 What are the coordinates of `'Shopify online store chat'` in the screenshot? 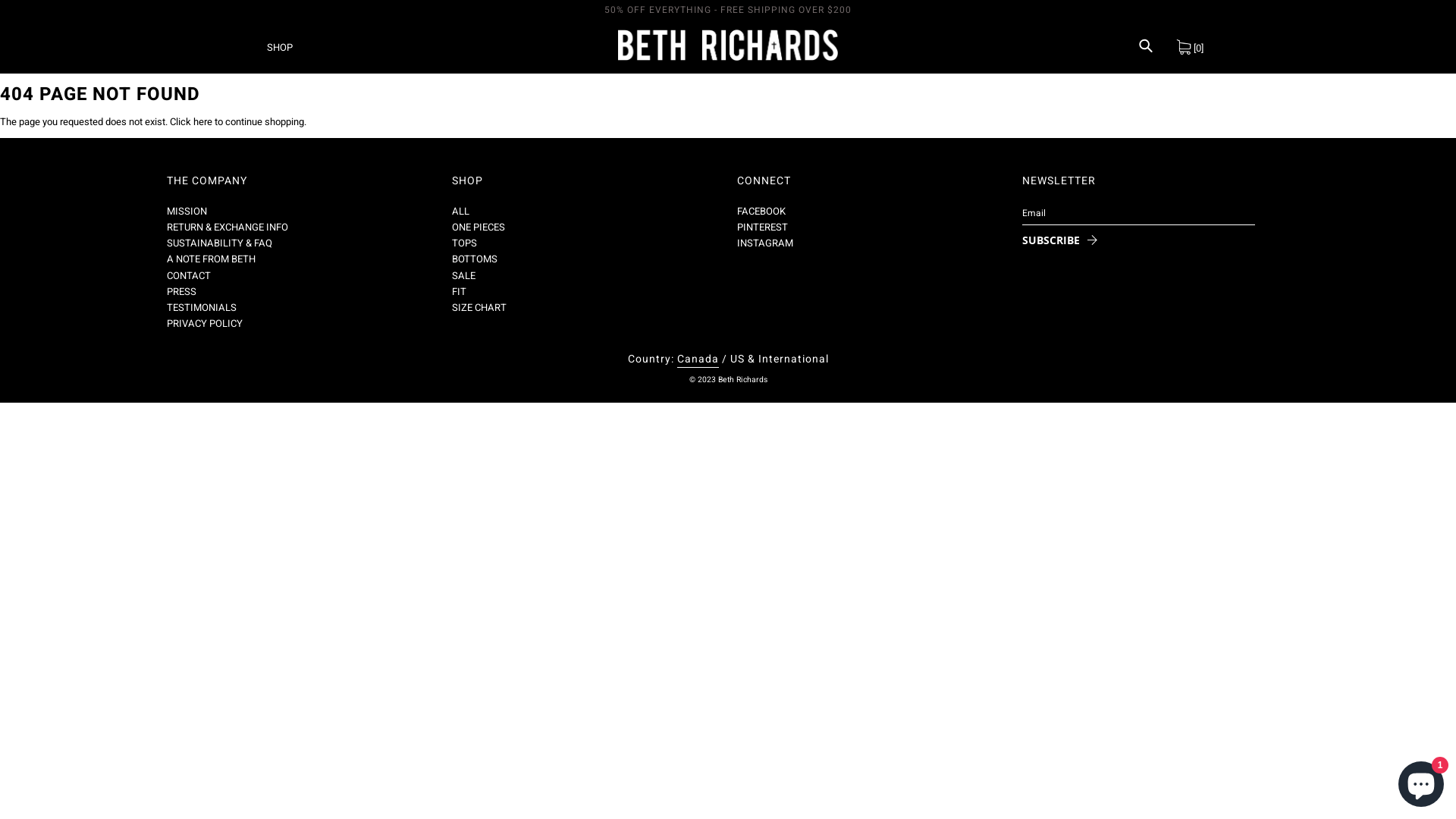 It's located at (1394, 780).